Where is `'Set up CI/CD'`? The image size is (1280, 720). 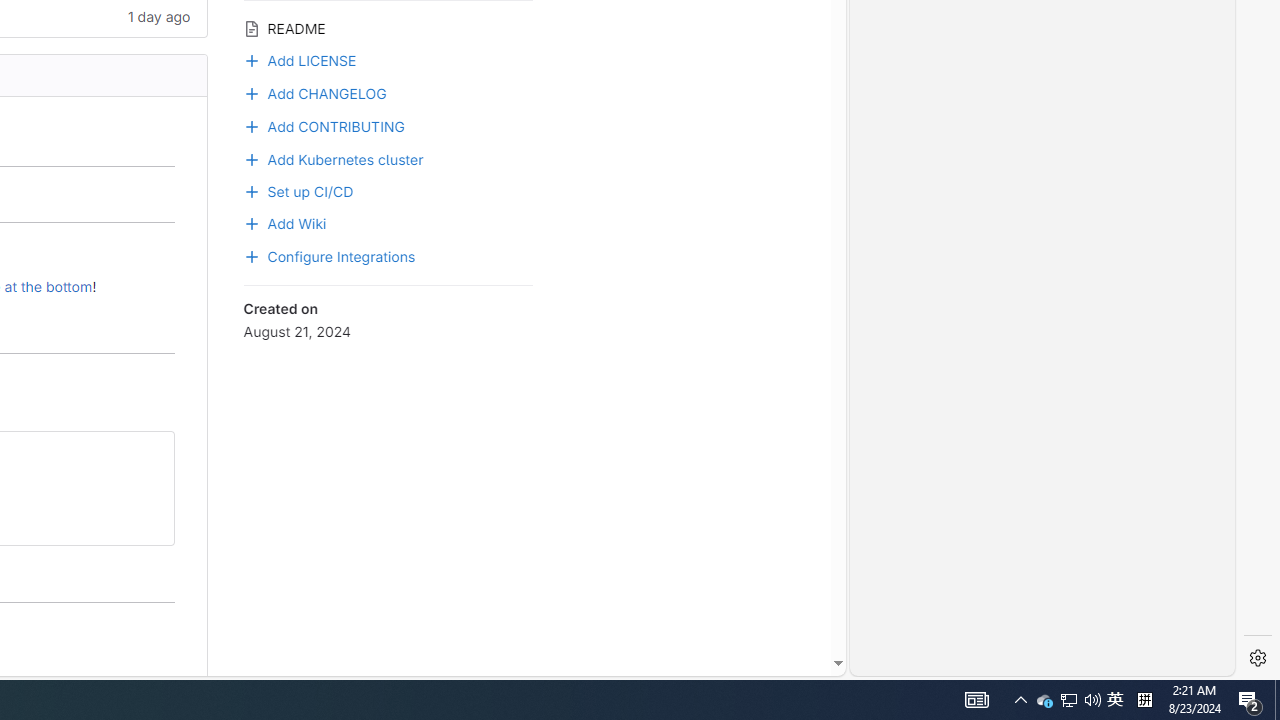
'Set up CI/CD' is located at coordinates (297, 189).